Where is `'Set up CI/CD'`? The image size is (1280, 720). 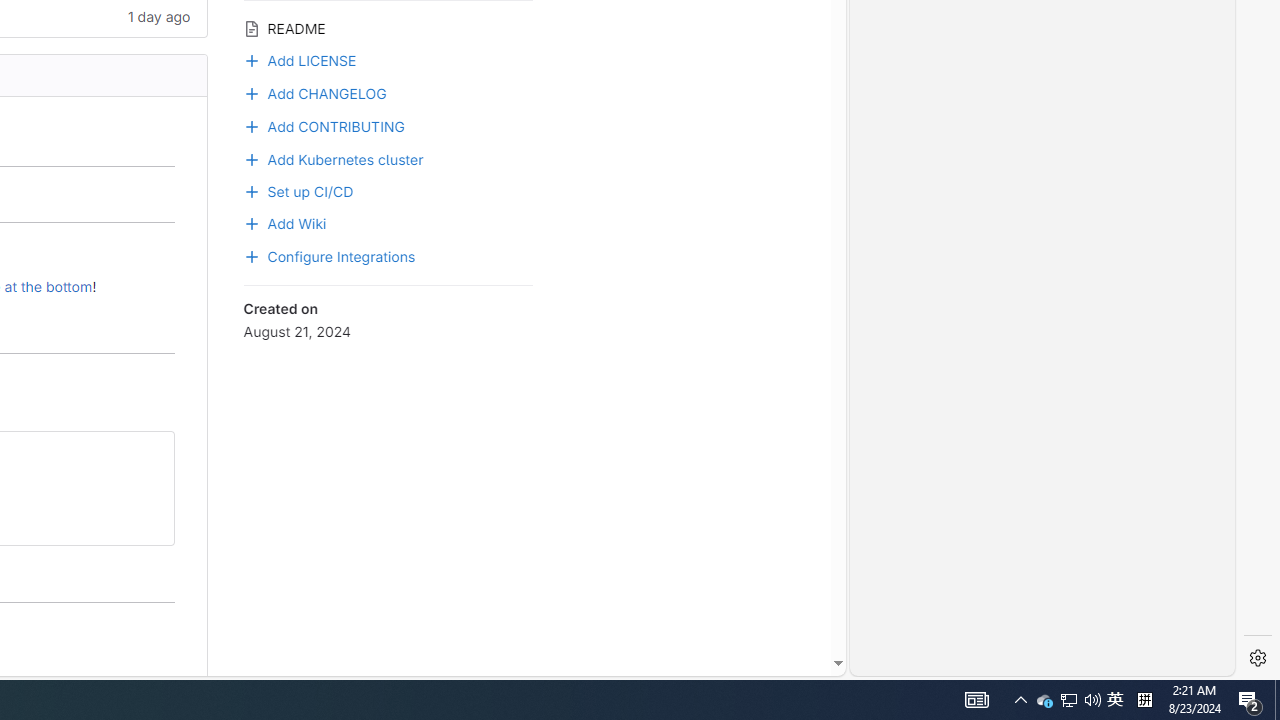
'Set up CI/CD' is located at coordinates (297, 189).